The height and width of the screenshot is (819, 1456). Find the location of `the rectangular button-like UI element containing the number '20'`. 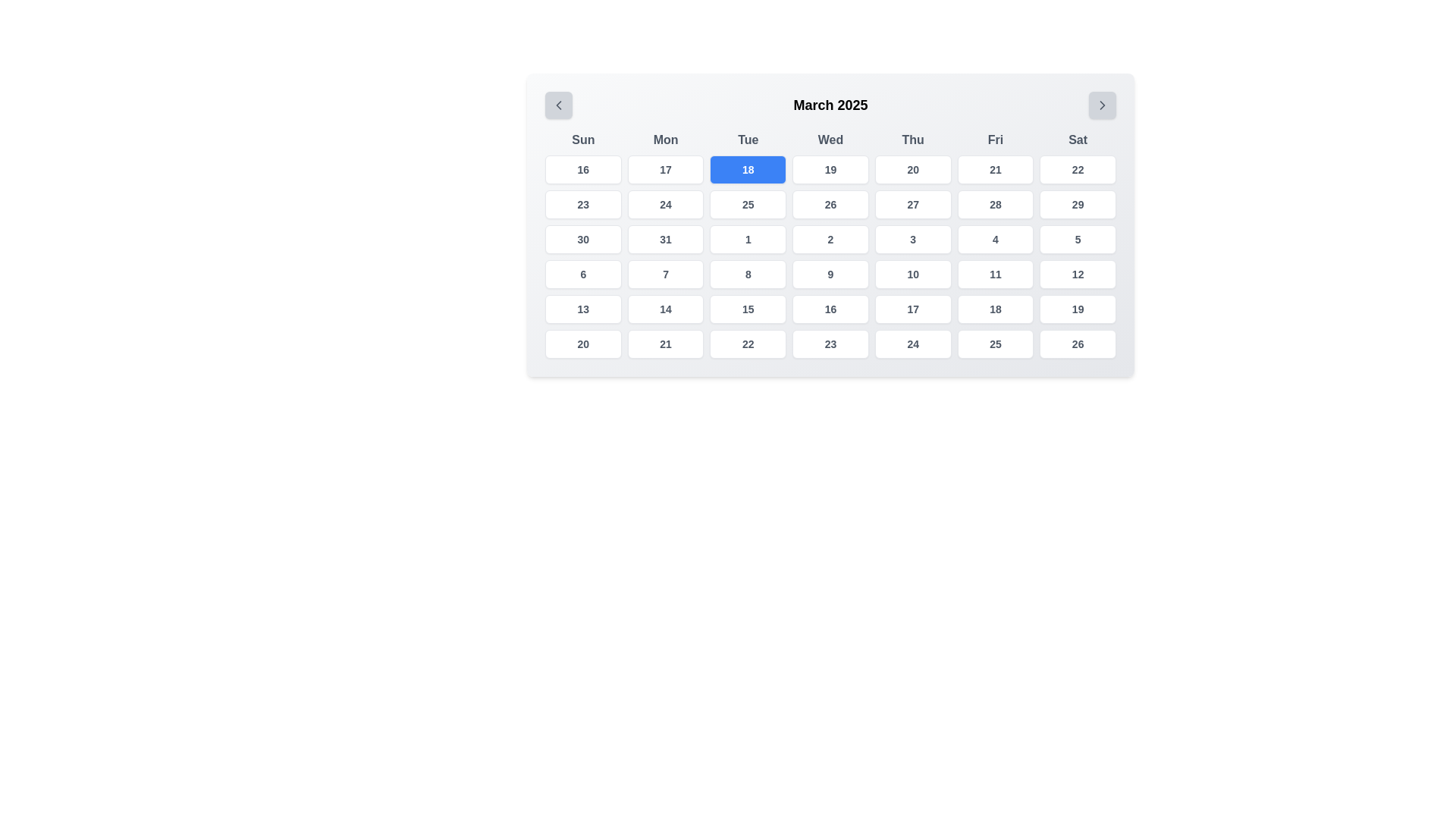

the rectangular button-like UI element containing the number '20' is located at coordinates (912, 169).